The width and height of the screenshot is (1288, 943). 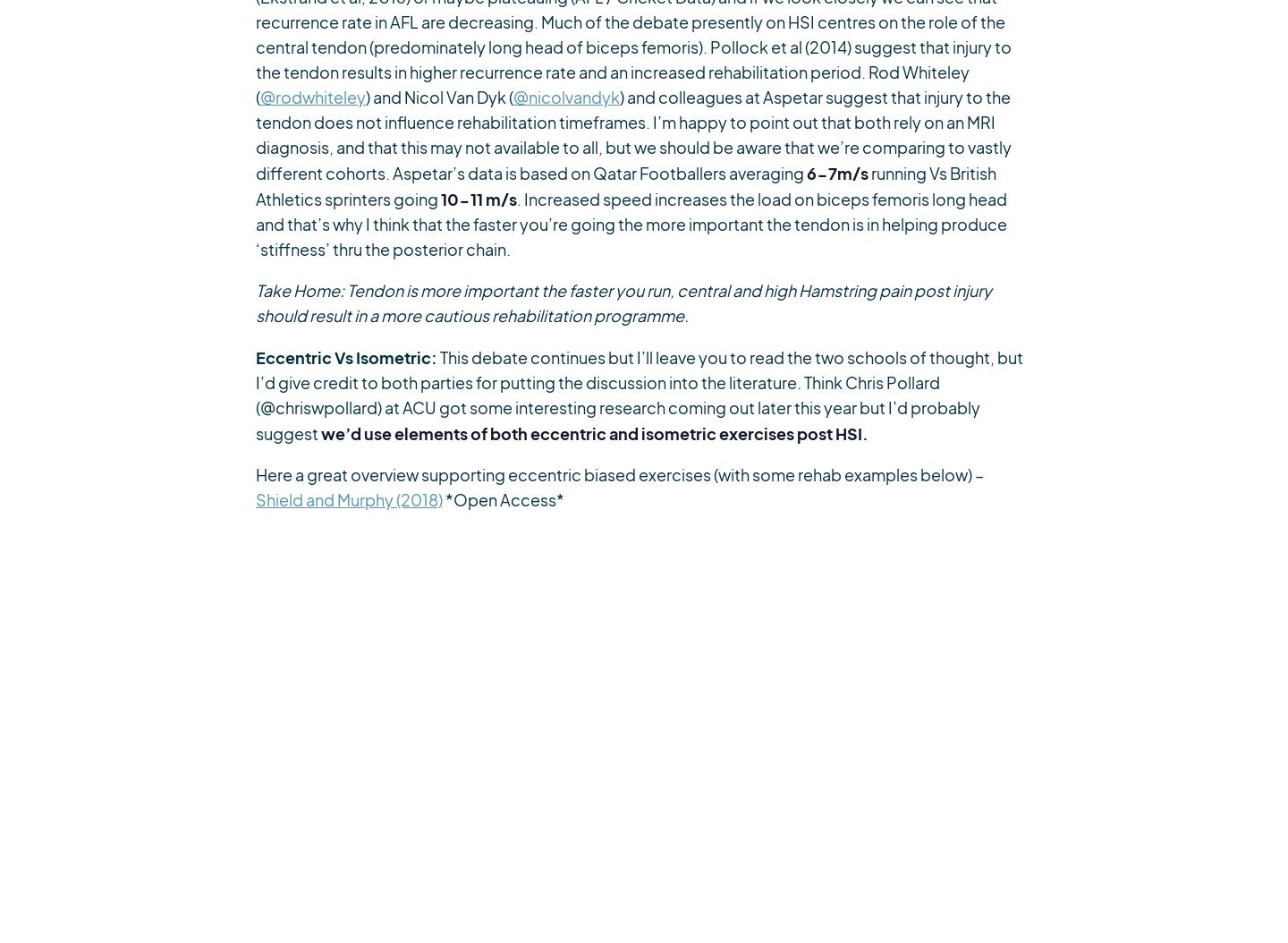 What do you see at coordinates (438, 98) in the screenshot?
I see `') and Nicol Van Dyk ('` at bounding box center [438, 98].